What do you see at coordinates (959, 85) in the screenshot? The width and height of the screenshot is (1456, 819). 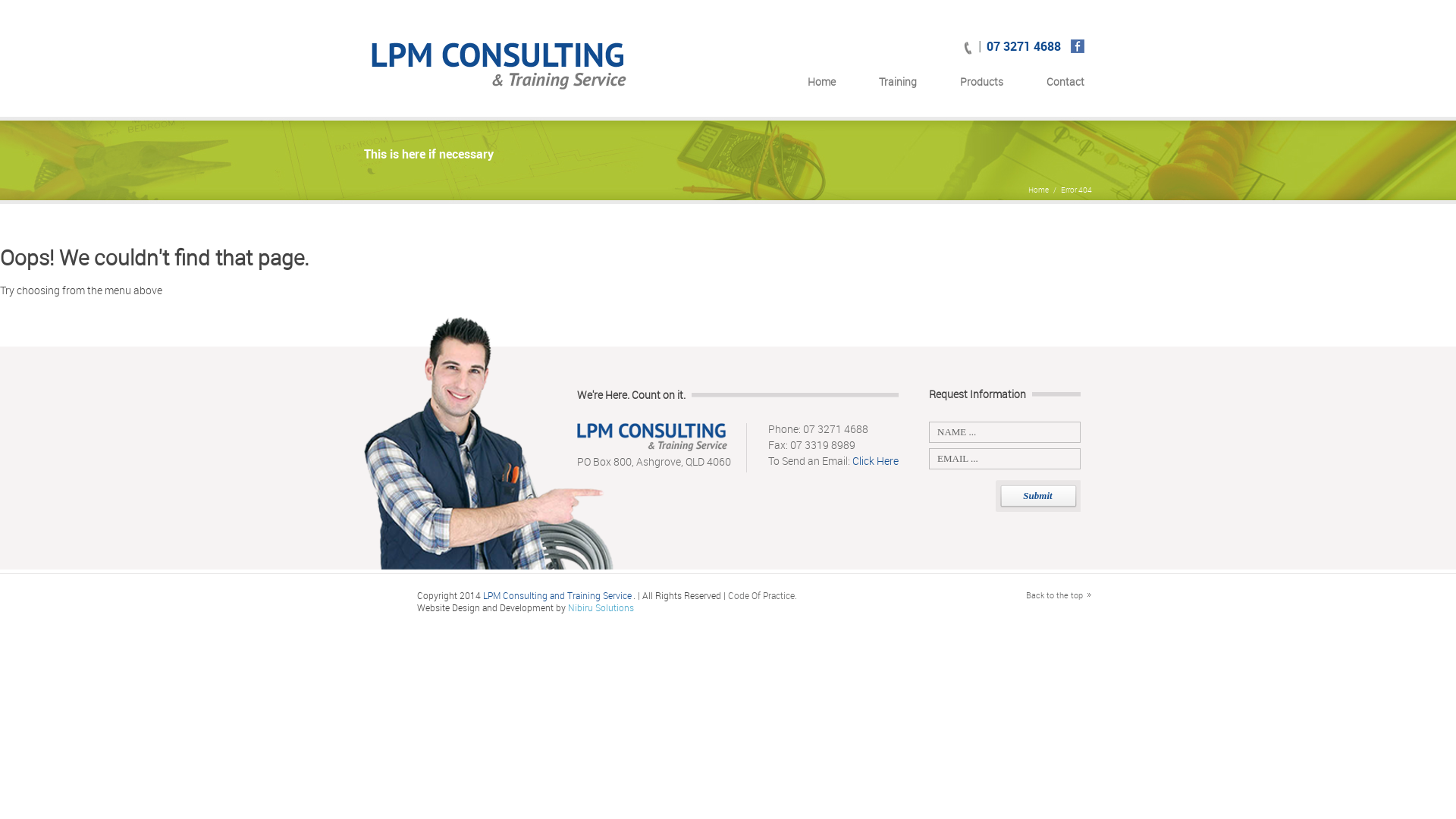 I see `'Products'` at bounding box center [959, 85].